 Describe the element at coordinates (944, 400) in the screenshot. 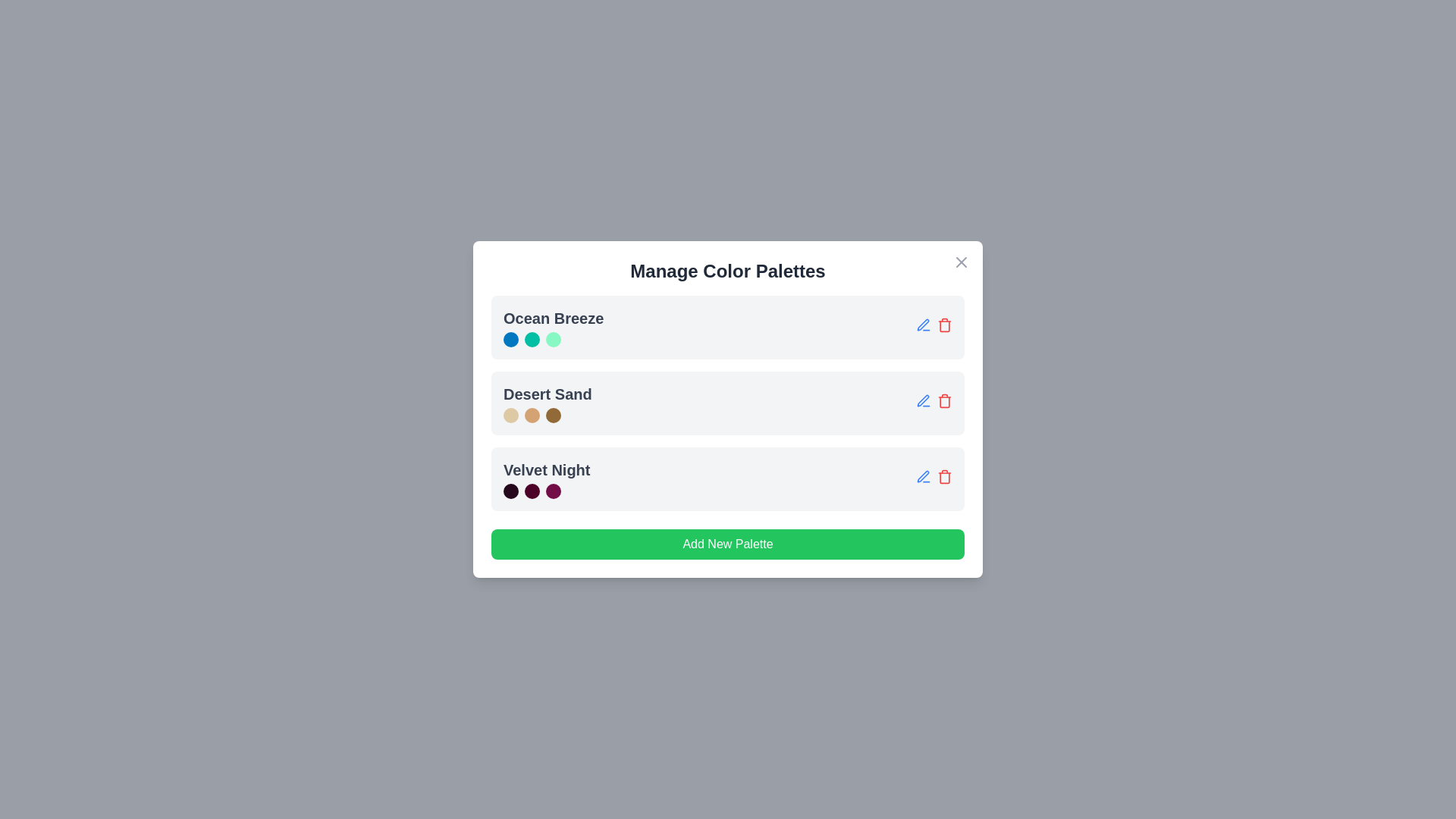

I see `the color palette named Desert Sand by clicking on its associated delete icon` at that location.